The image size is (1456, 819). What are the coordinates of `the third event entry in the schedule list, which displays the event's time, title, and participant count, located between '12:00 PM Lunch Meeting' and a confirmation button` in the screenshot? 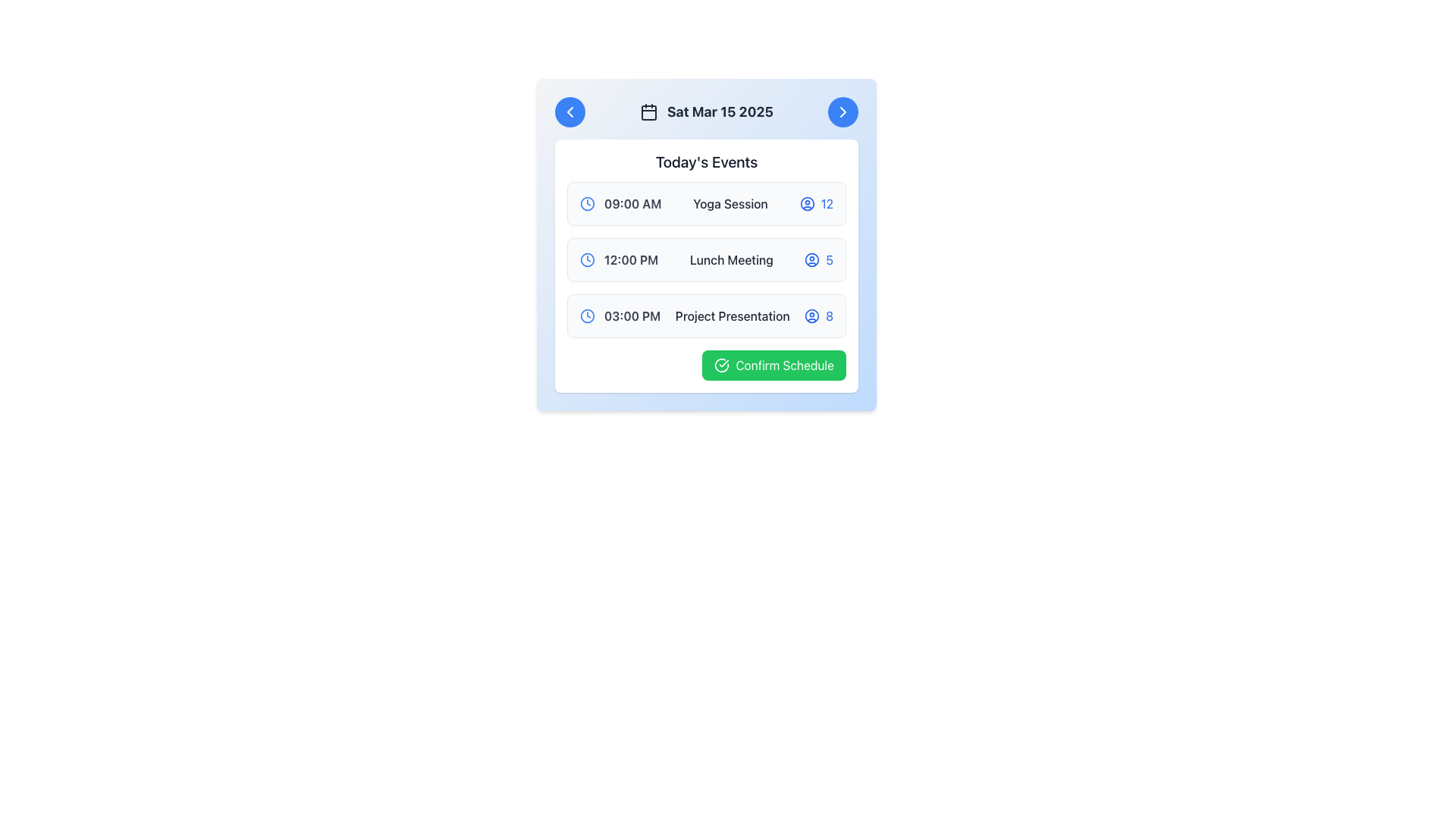 It's located at (705, 315).